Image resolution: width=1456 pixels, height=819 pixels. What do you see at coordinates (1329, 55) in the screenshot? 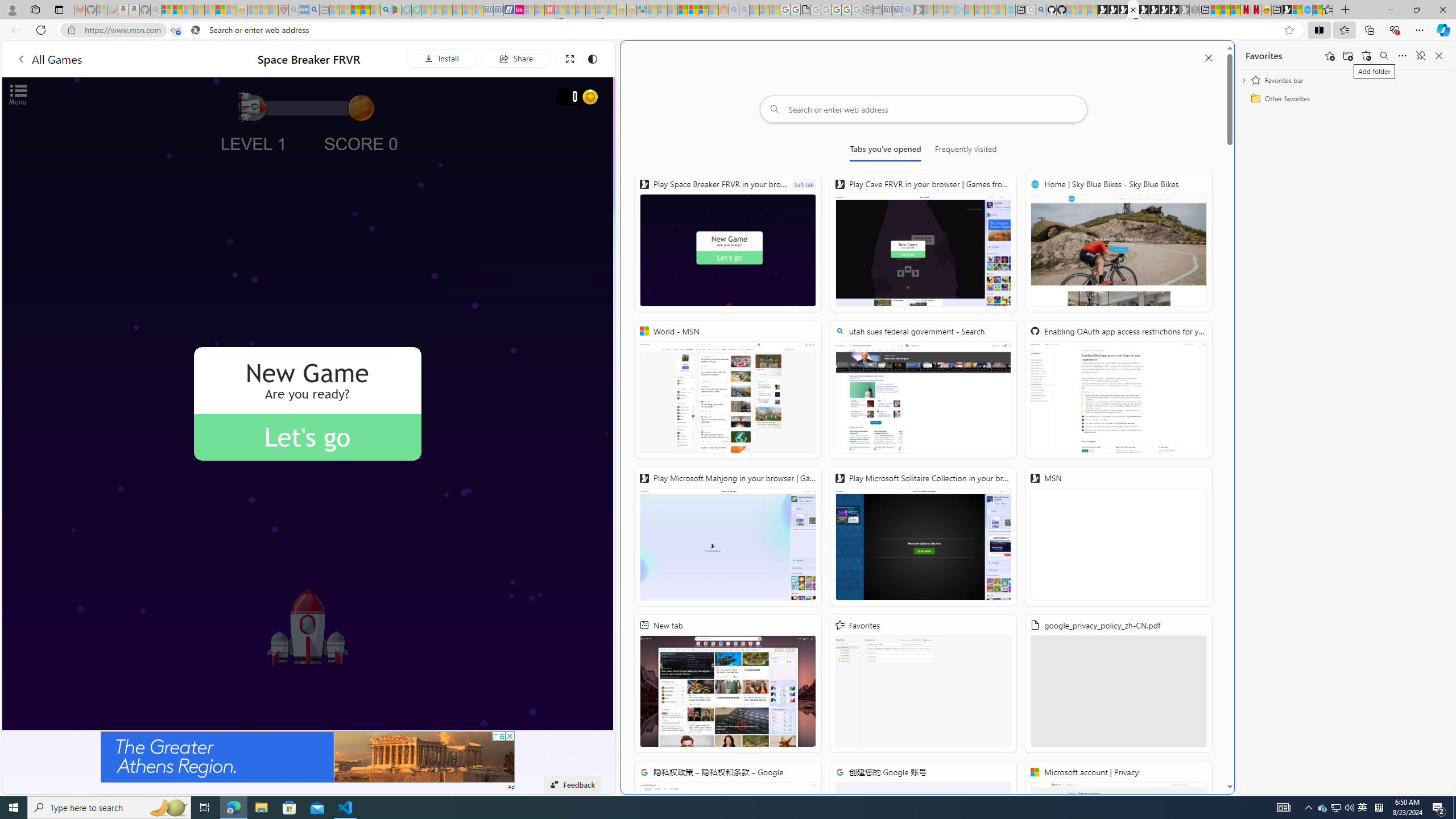
I see `'Add this page to favorites'` at bounding box center [1329, 55].